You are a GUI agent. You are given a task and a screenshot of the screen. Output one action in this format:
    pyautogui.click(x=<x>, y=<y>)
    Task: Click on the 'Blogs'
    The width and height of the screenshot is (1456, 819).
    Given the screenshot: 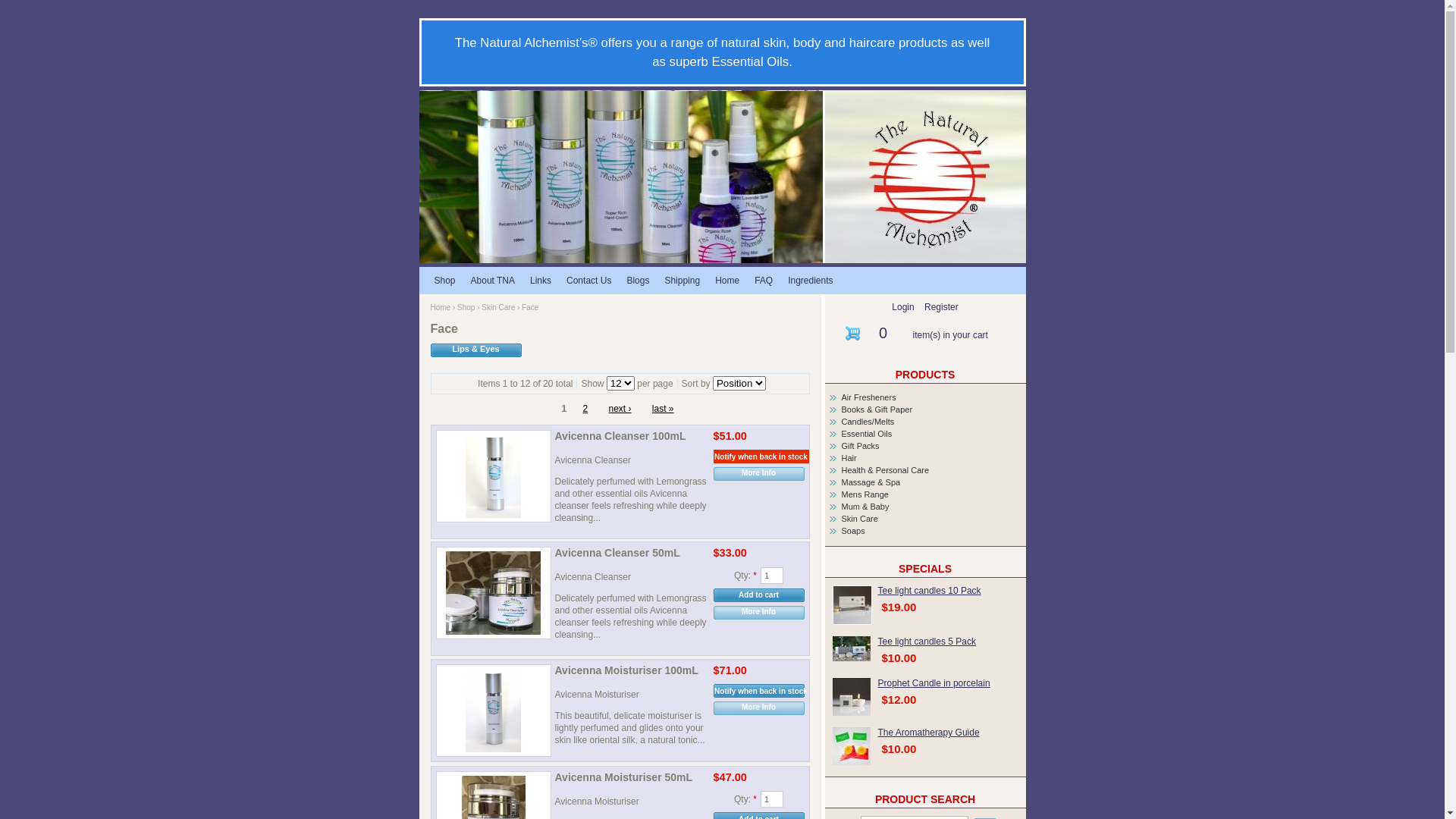 What is the action you would take?
    pyautogui.click(x=637, y=280)
    